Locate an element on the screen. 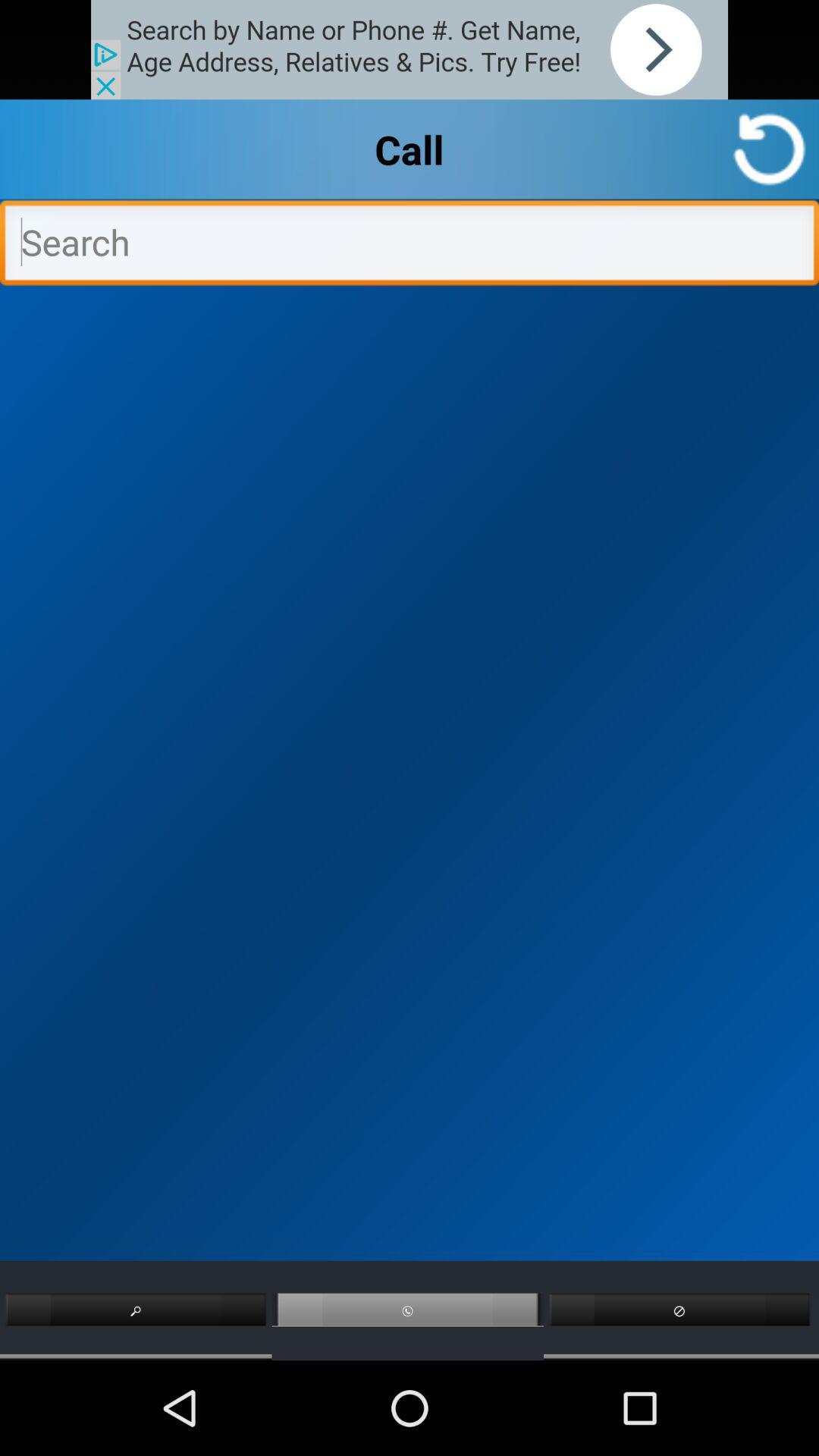  this option advertisement is located at coordinates (409, 49).